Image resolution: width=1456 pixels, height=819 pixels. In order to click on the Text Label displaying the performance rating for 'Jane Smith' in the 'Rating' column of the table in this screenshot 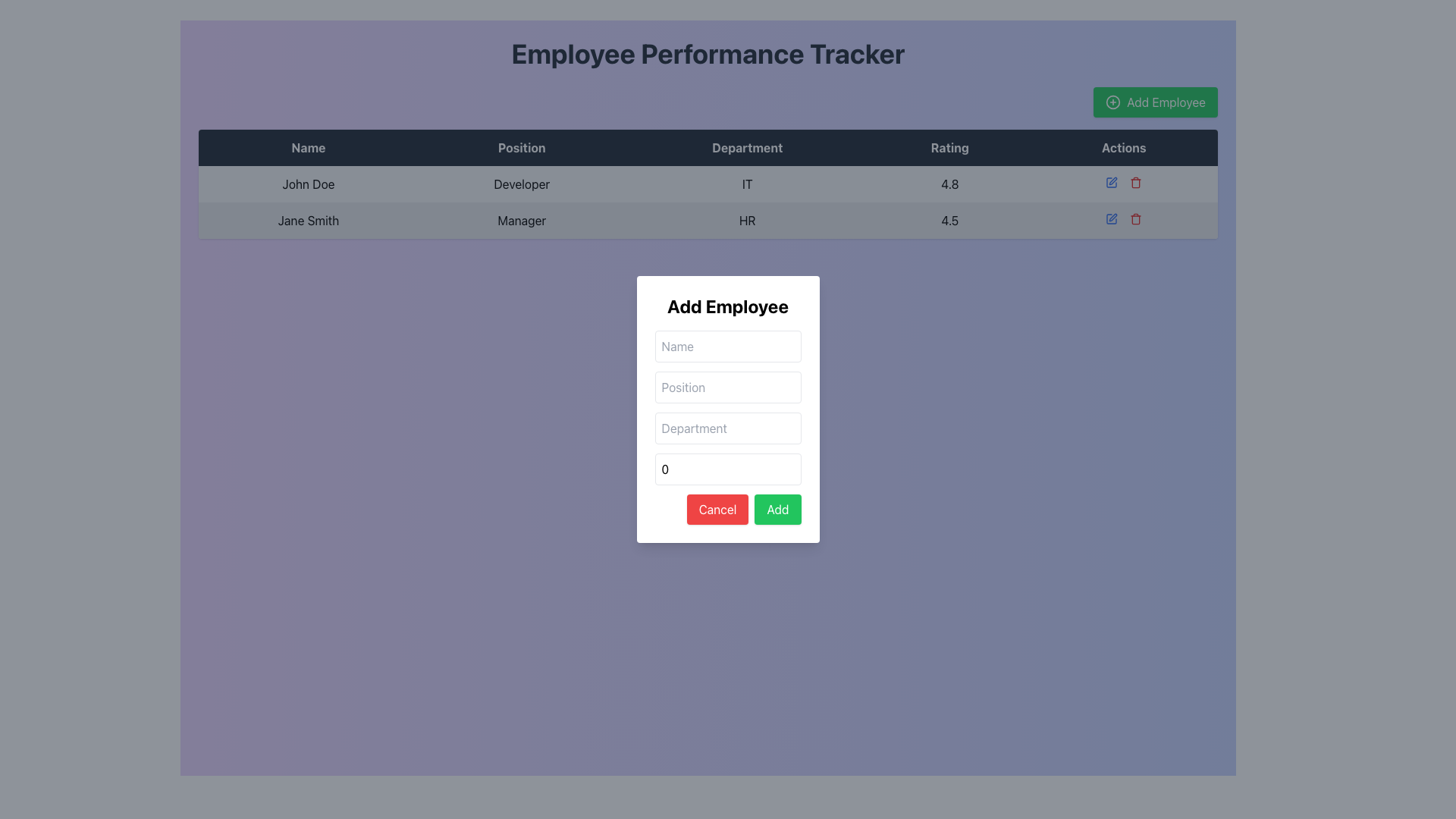, I will do `click(949, 220)`.